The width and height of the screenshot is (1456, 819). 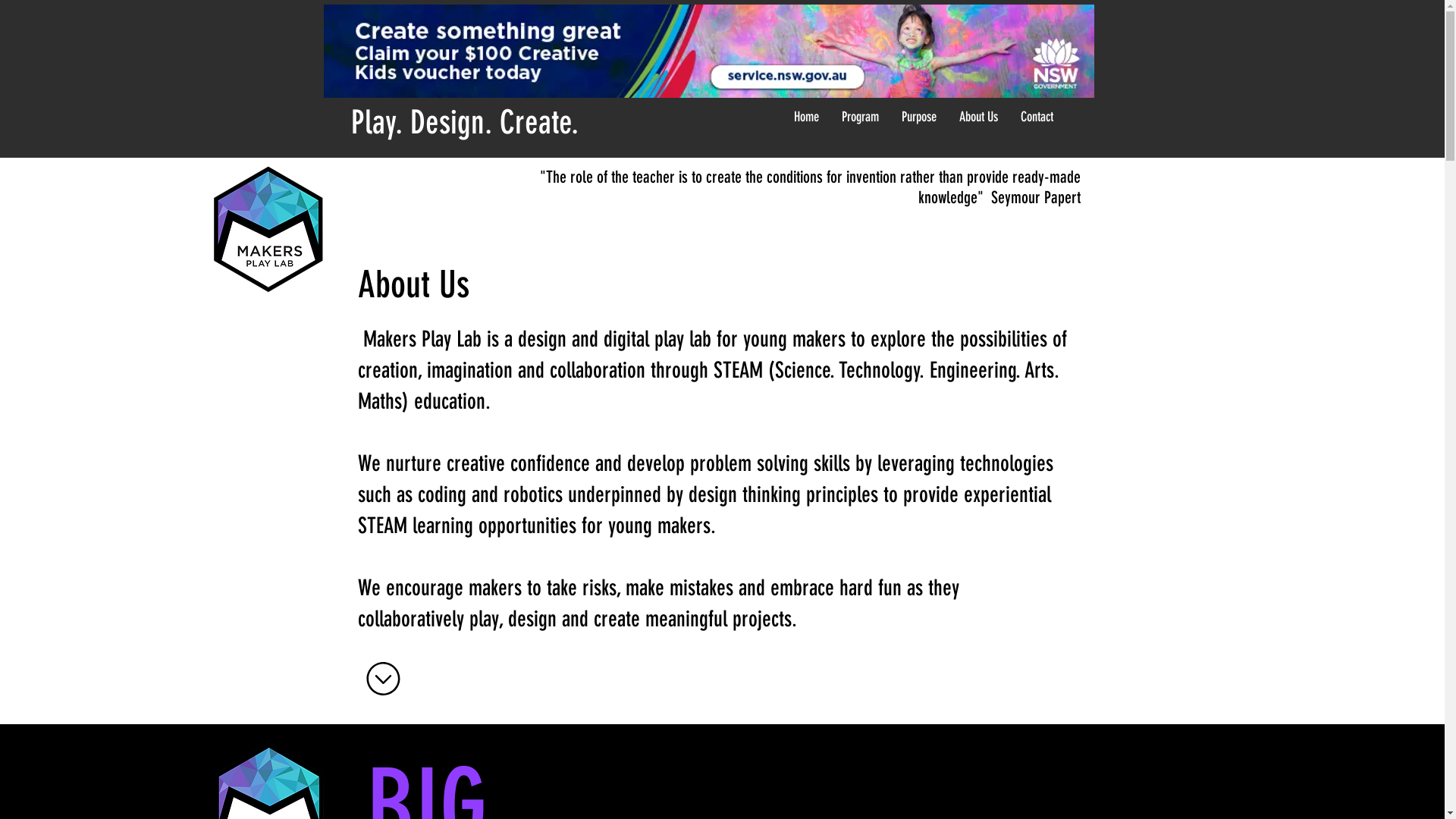 What do you see at coordinates (783, 116) in the screenshot?
I see `'Home'` at bounding box center [783, 116].